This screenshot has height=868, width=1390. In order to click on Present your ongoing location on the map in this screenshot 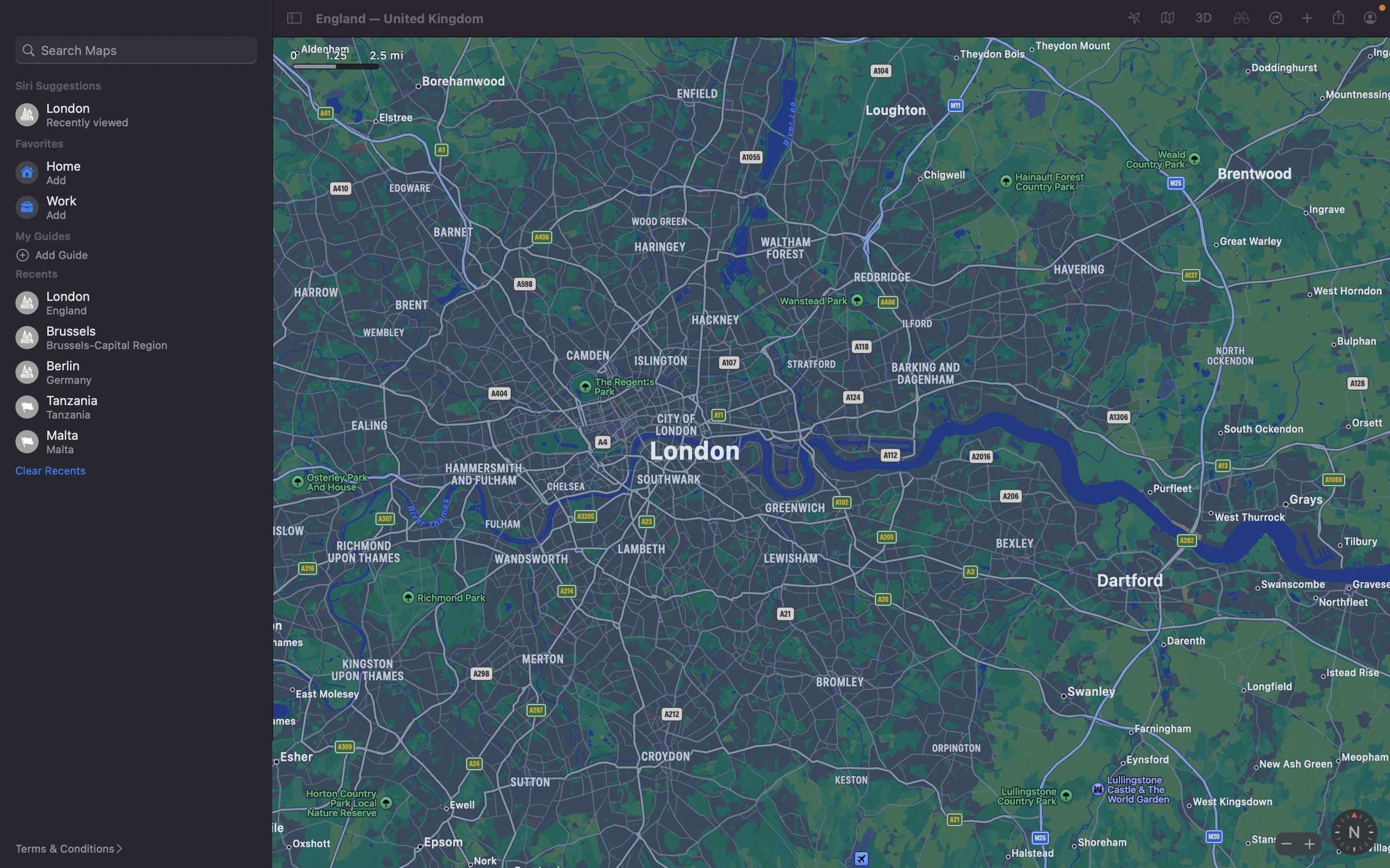, I will do `click(1134, 18)`.